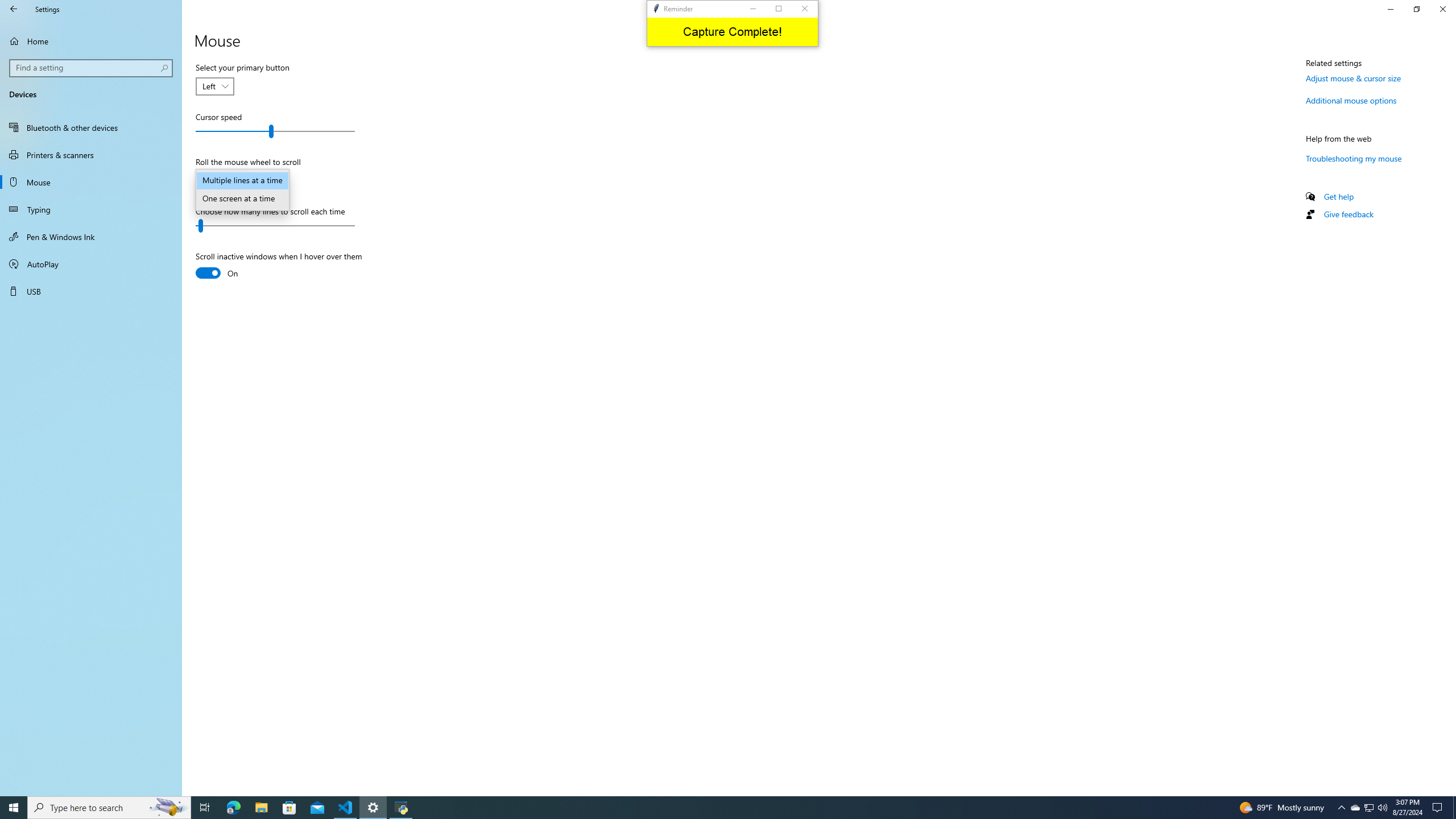 The image size is (1456, 819). I want to click on 'Additional mouse options', so click(1350, 100).